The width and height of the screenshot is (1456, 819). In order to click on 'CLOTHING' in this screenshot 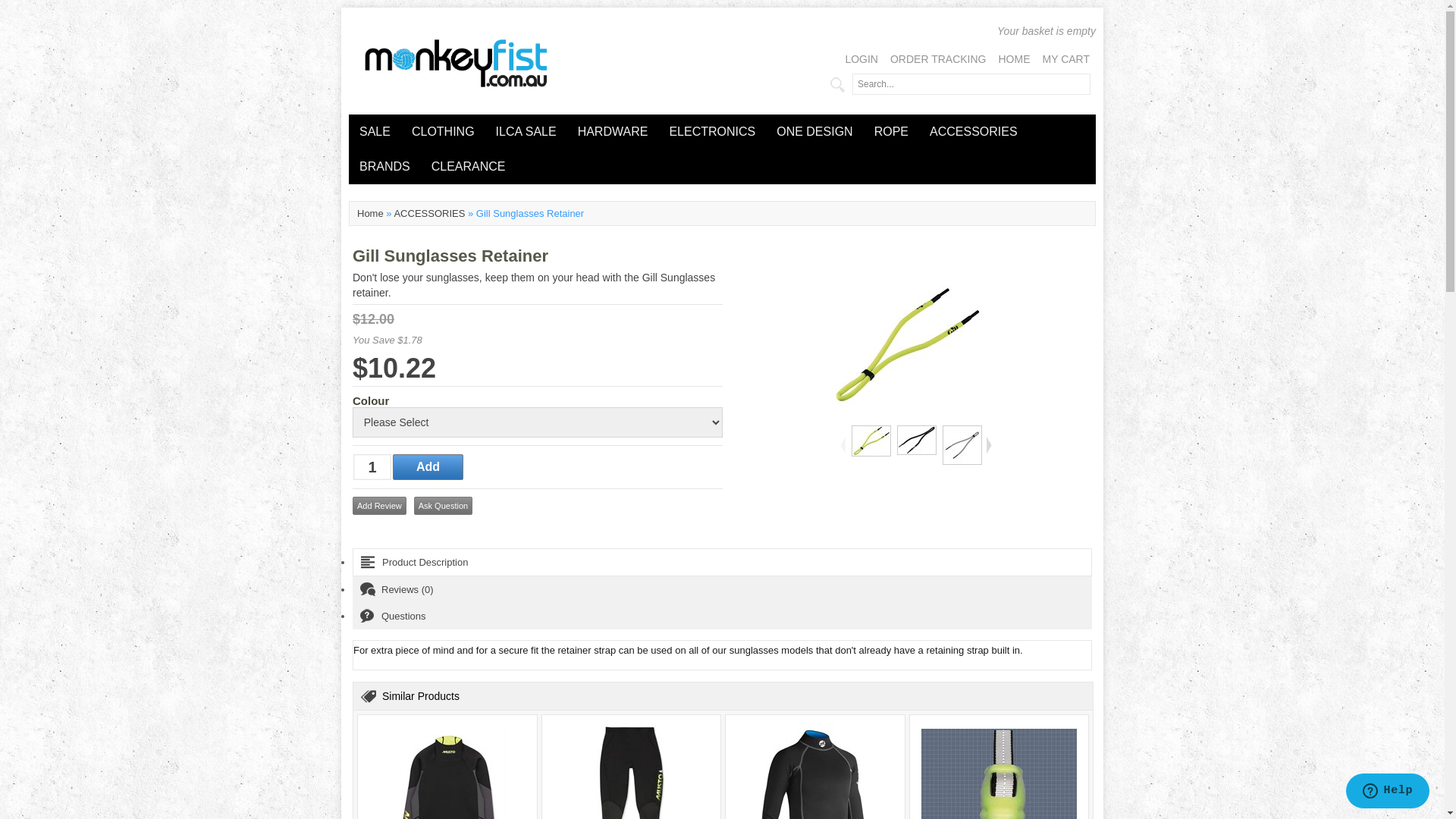, I will do `click(442, 130)`.